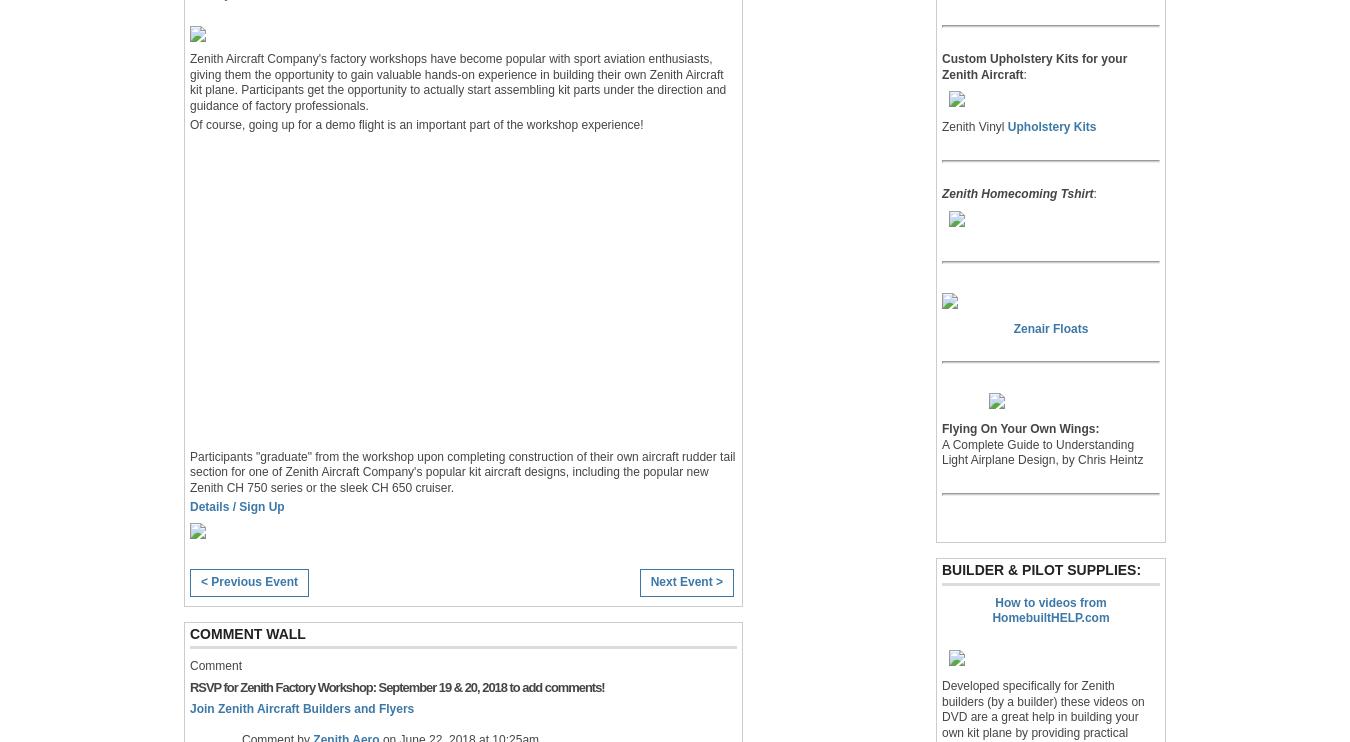  Describe the element at coordinates (461, 471) in the screenshot. I see `'Participants "graduate" from the workshop upon completing construction of their own aircraft rudder tail section for one of Zenith Aircraft Company's popular kit aircraft designs, including the popular new Zenith CH 750 series or the sleek CH 650 cruiser.'` at that location.